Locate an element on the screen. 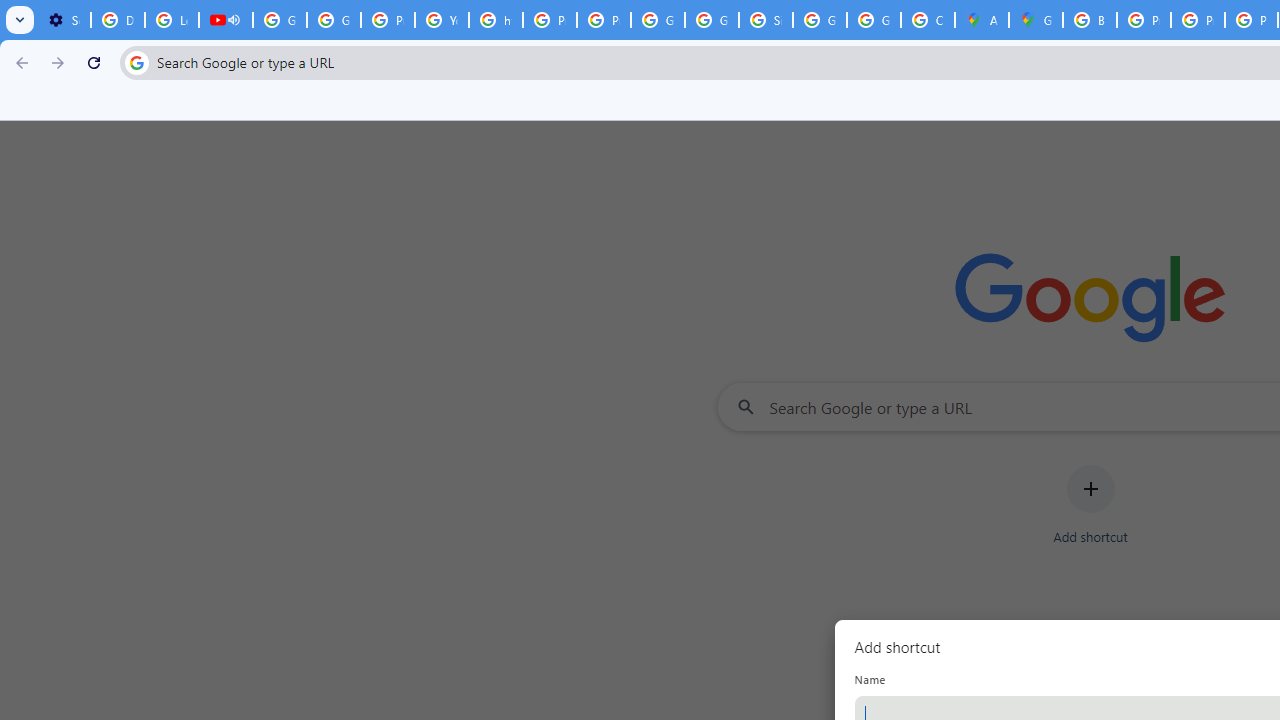 Image resolution: width=1280 pixels, height=720 pixels. 'Google Maps' is located at coordinates (1036, 20).